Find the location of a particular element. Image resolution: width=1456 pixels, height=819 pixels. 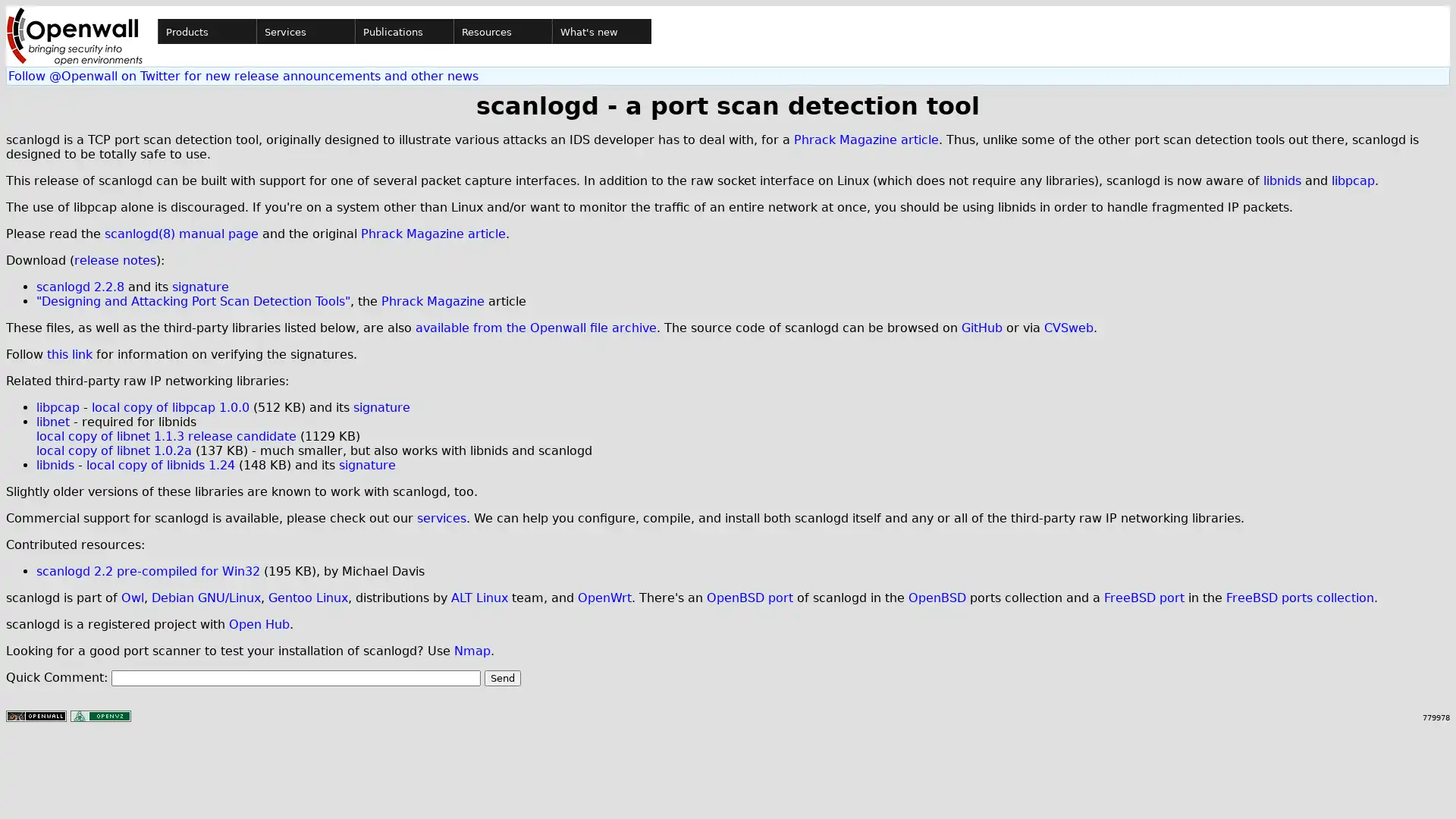

Send is located at coordinates (502, 677).